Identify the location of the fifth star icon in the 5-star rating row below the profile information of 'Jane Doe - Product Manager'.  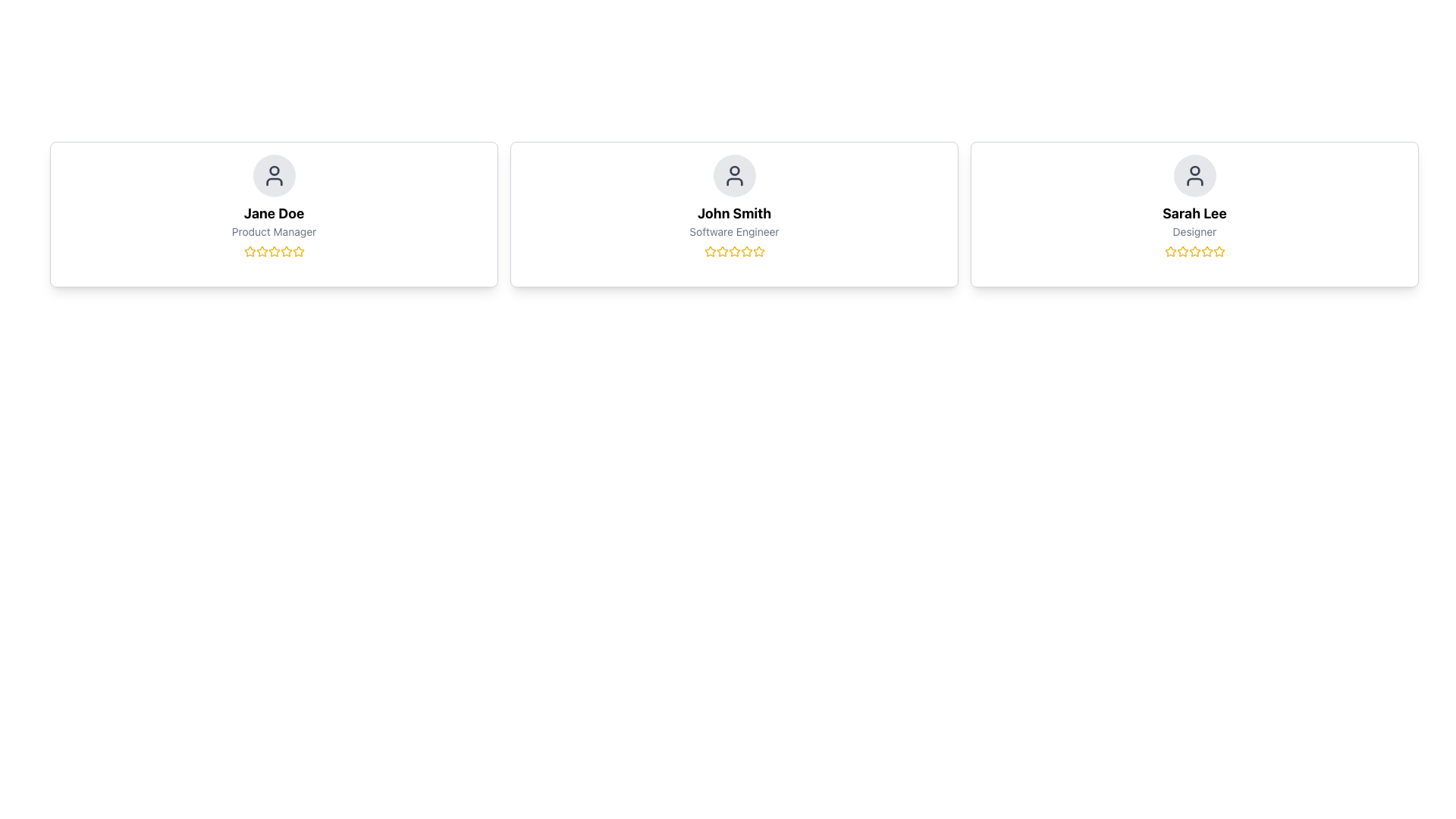
(286, 250).